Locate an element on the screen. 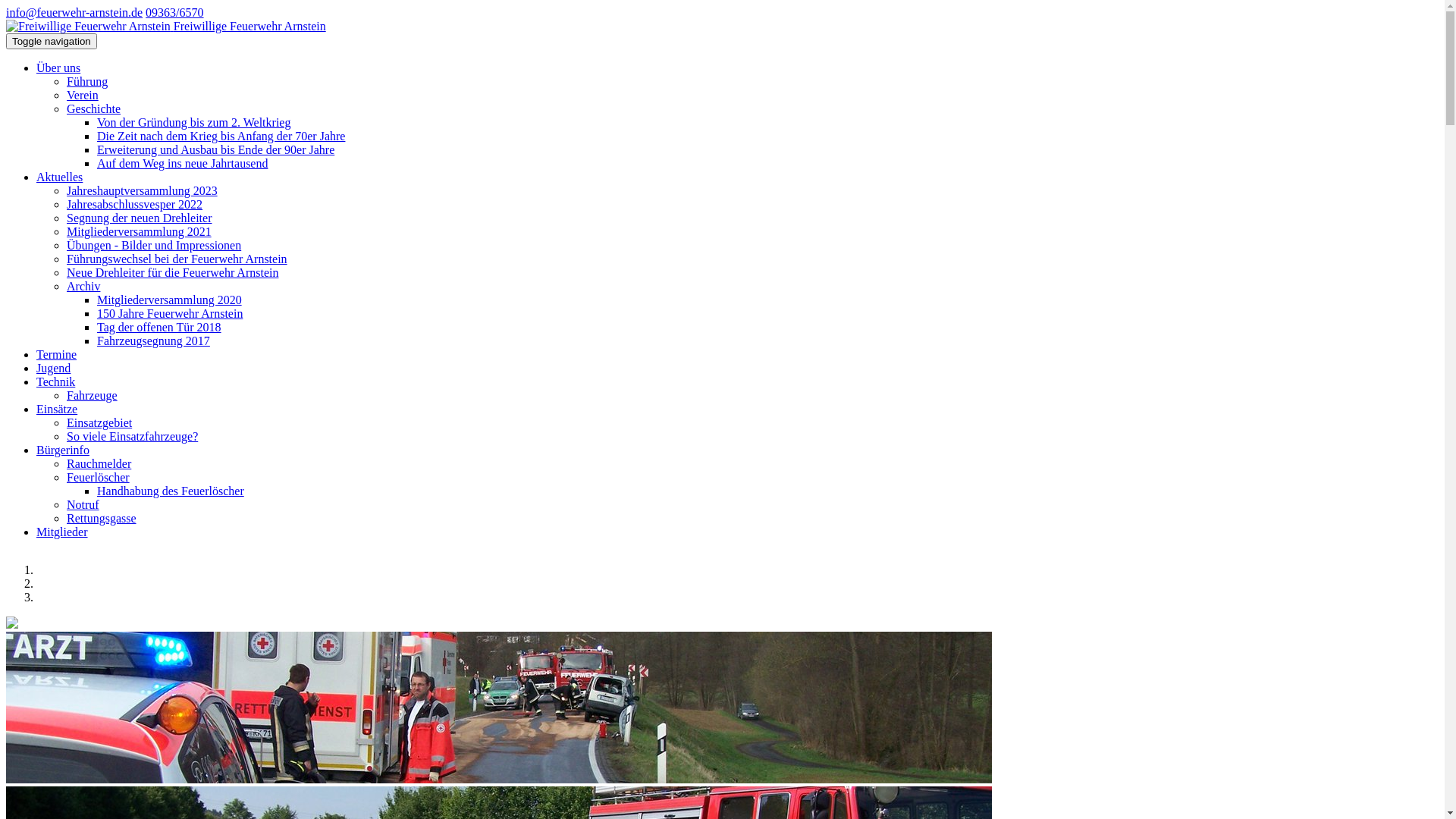 The height and width of the screenshot is (819, 1456). 'Jahreshauptversammlung 2023' is located at coordinates (142, 190).